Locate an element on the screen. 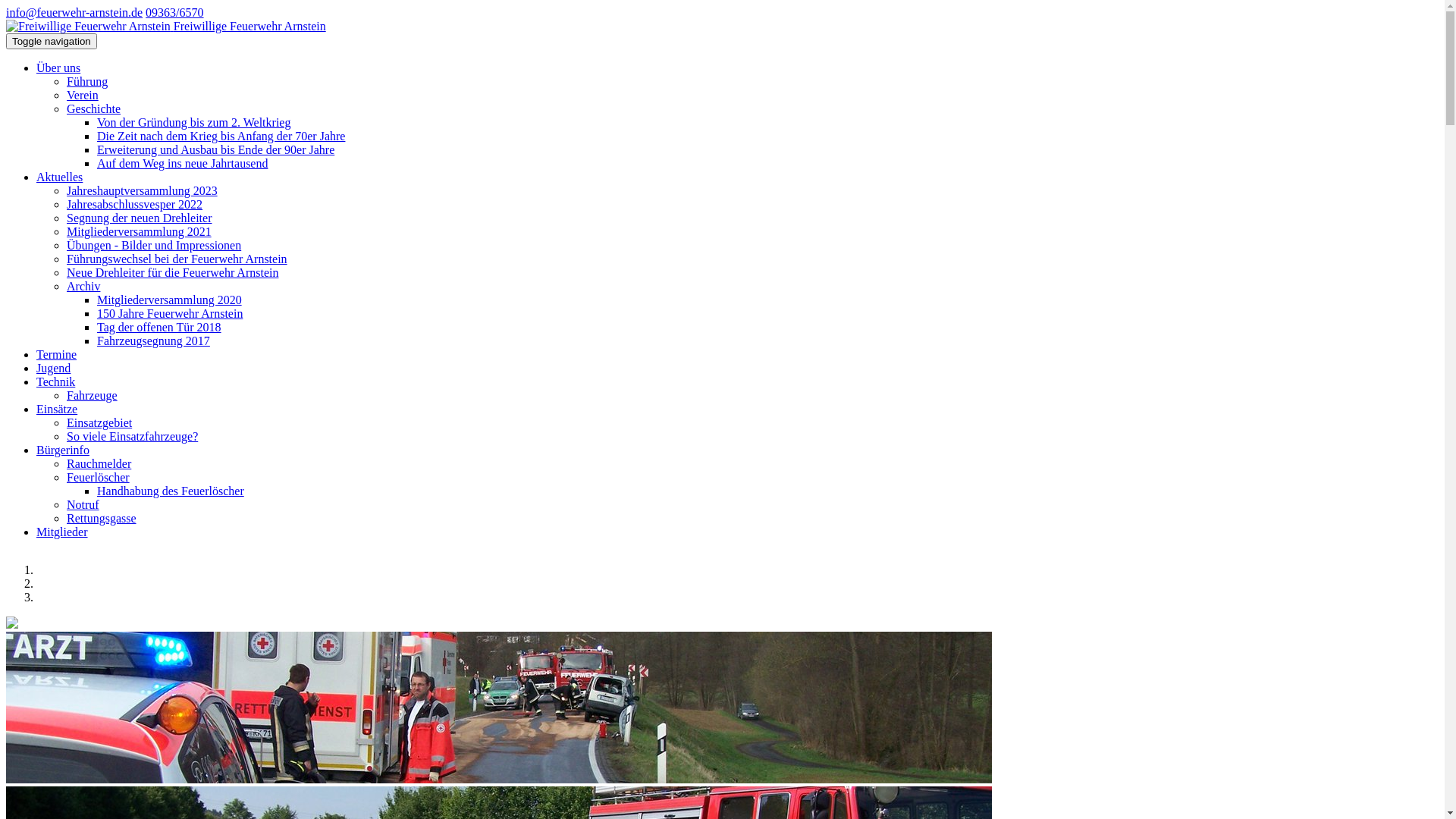 The height and width of the screenshot is (819, 1456). 'Jahreshauptversammlung 2023' is located at coordinates (142, 190).